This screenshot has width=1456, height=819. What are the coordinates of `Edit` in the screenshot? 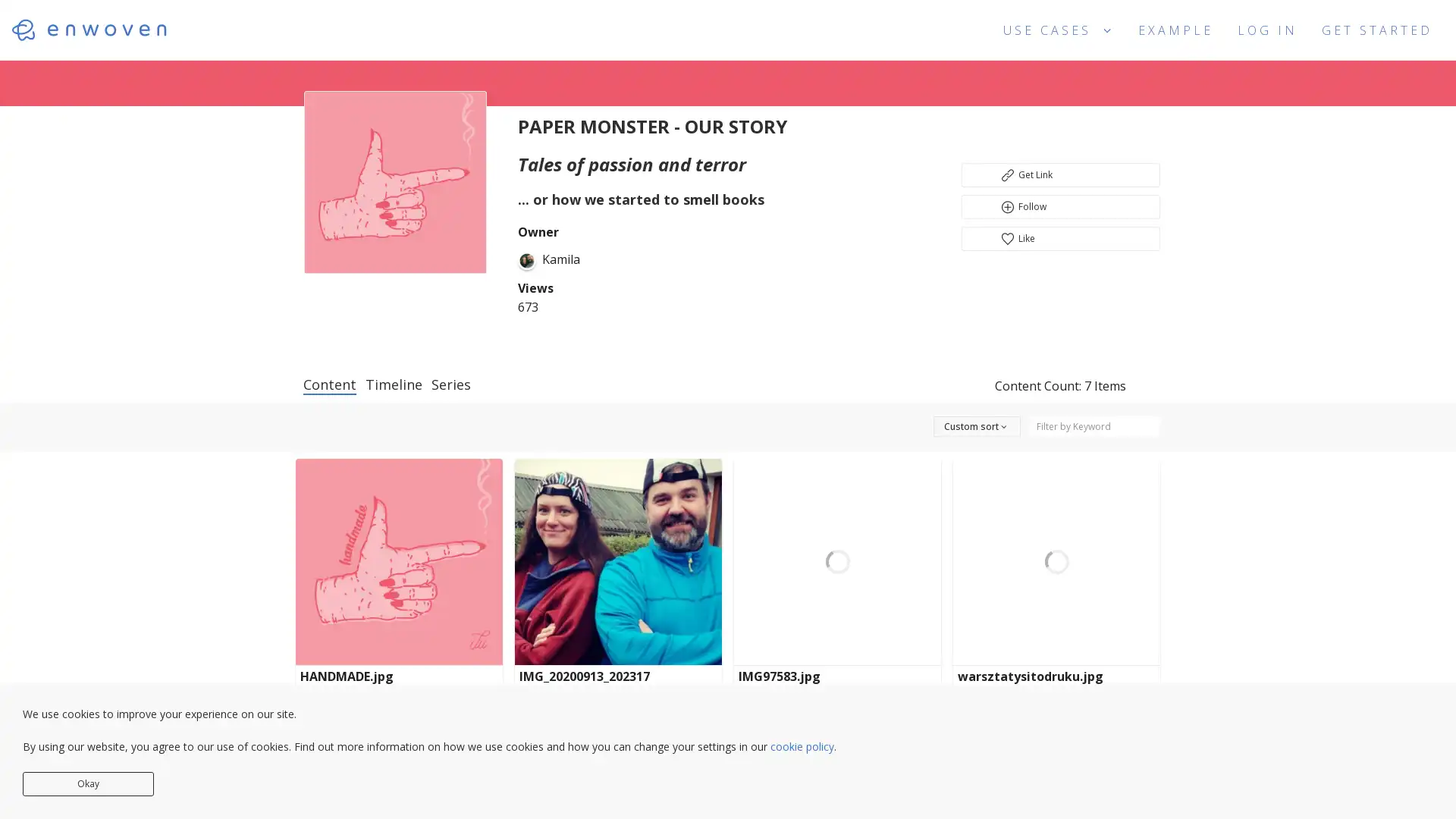 It's located at (836, 721).